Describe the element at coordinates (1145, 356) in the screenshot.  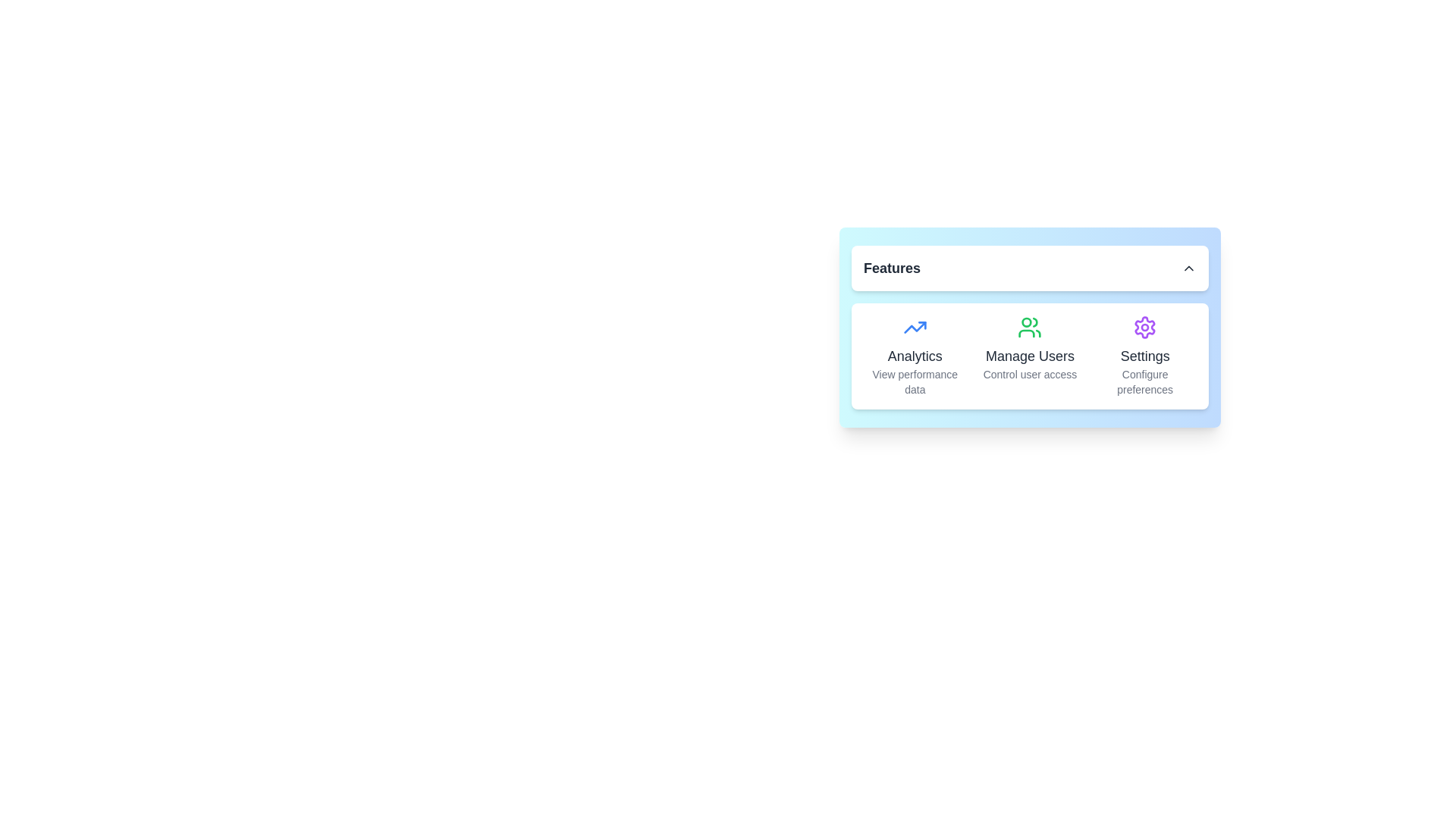
I see `the gear-shaped button labeled 'Settings' and 'Configure preferences'` at that location.